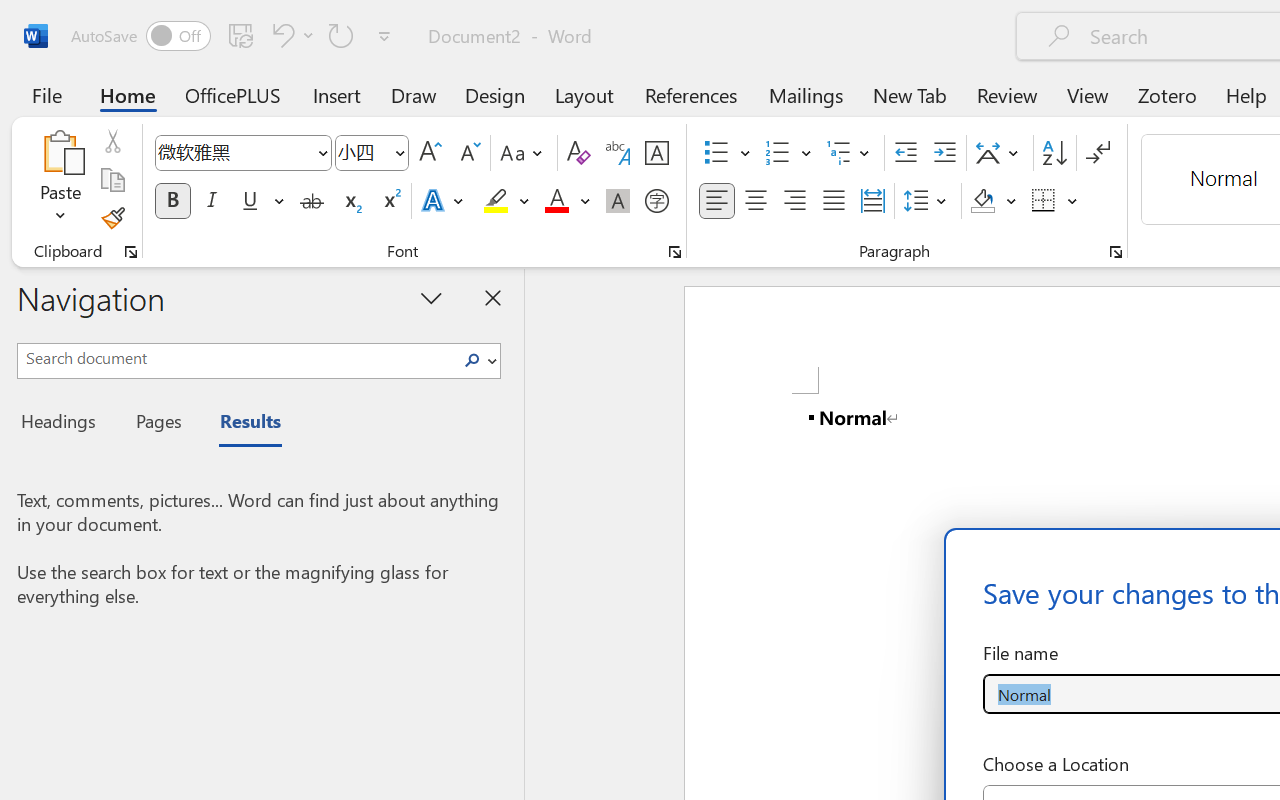  Describe the element at coordinates (777, 153) in the screenshot. I see `'Numbering'` at that location.